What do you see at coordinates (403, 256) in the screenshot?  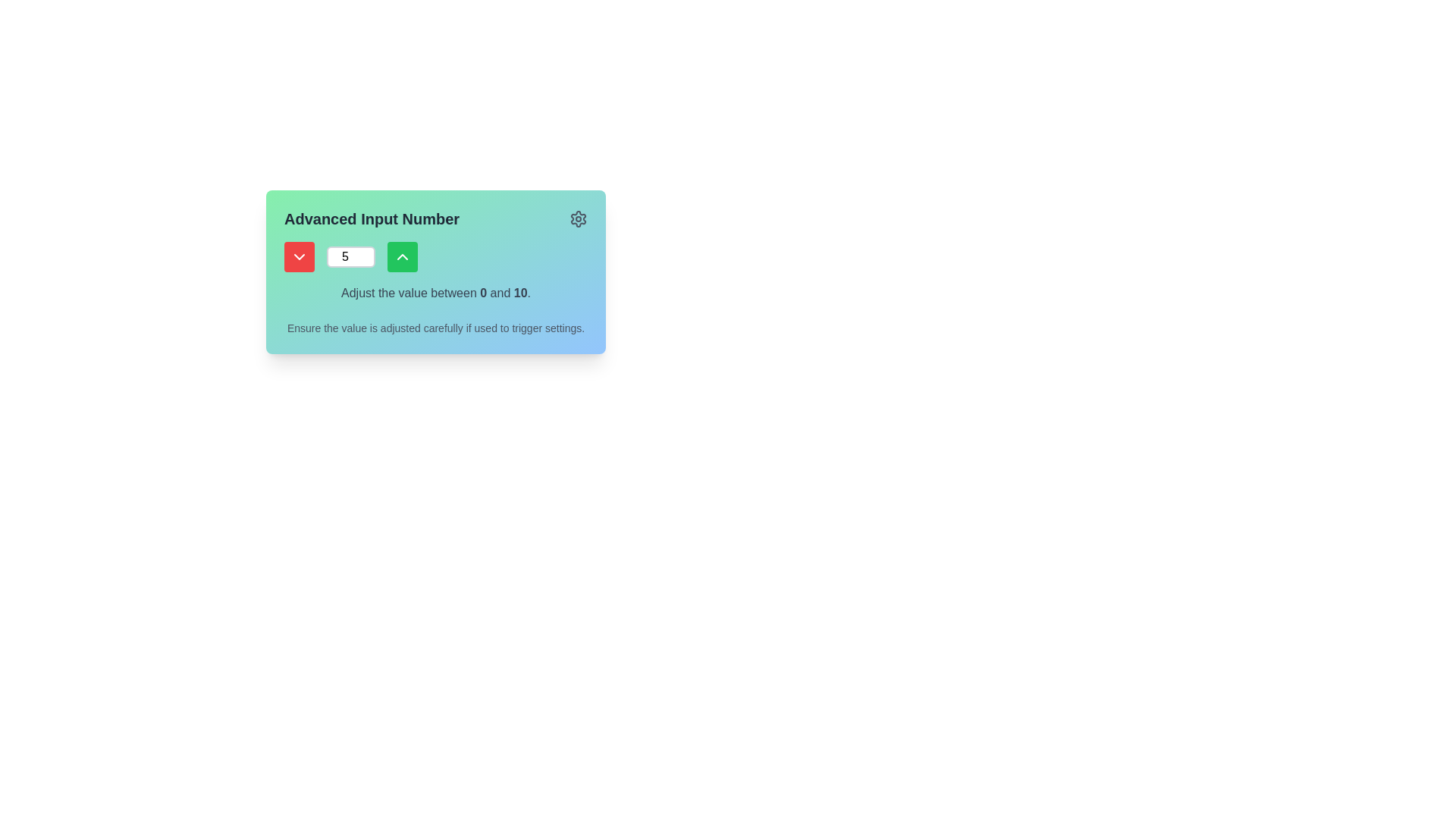 I see `the rounded green button with a white upward-pointing arrow, located to the right of the numeric input field displaying '5'` at bounding box center [403, 256].